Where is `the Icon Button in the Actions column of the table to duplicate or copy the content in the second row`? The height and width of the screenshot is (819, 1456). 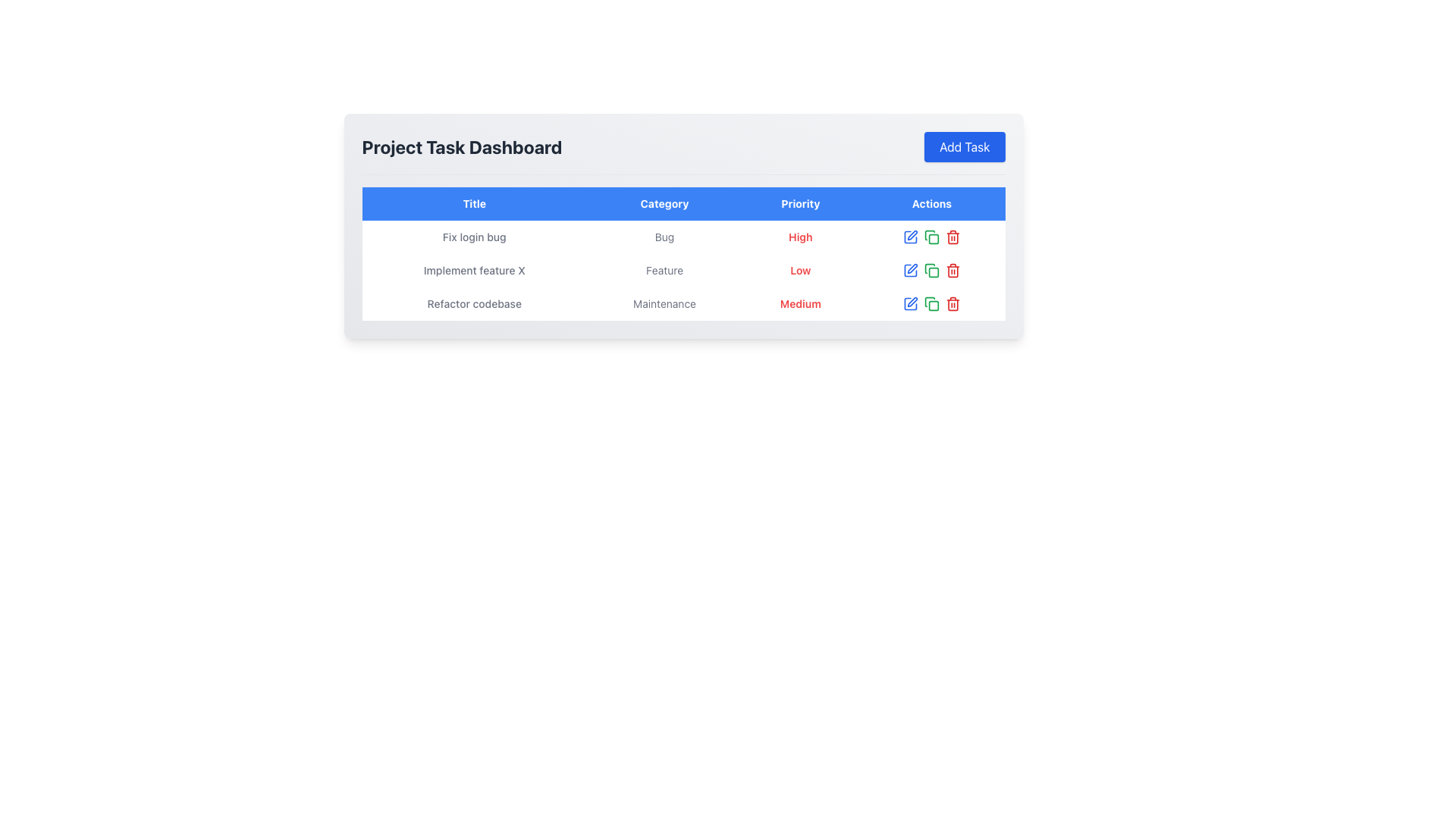
the Icon Button in the Actions column of the table to duplicate or copy the content in the second row is located at coordinates (930, 237).